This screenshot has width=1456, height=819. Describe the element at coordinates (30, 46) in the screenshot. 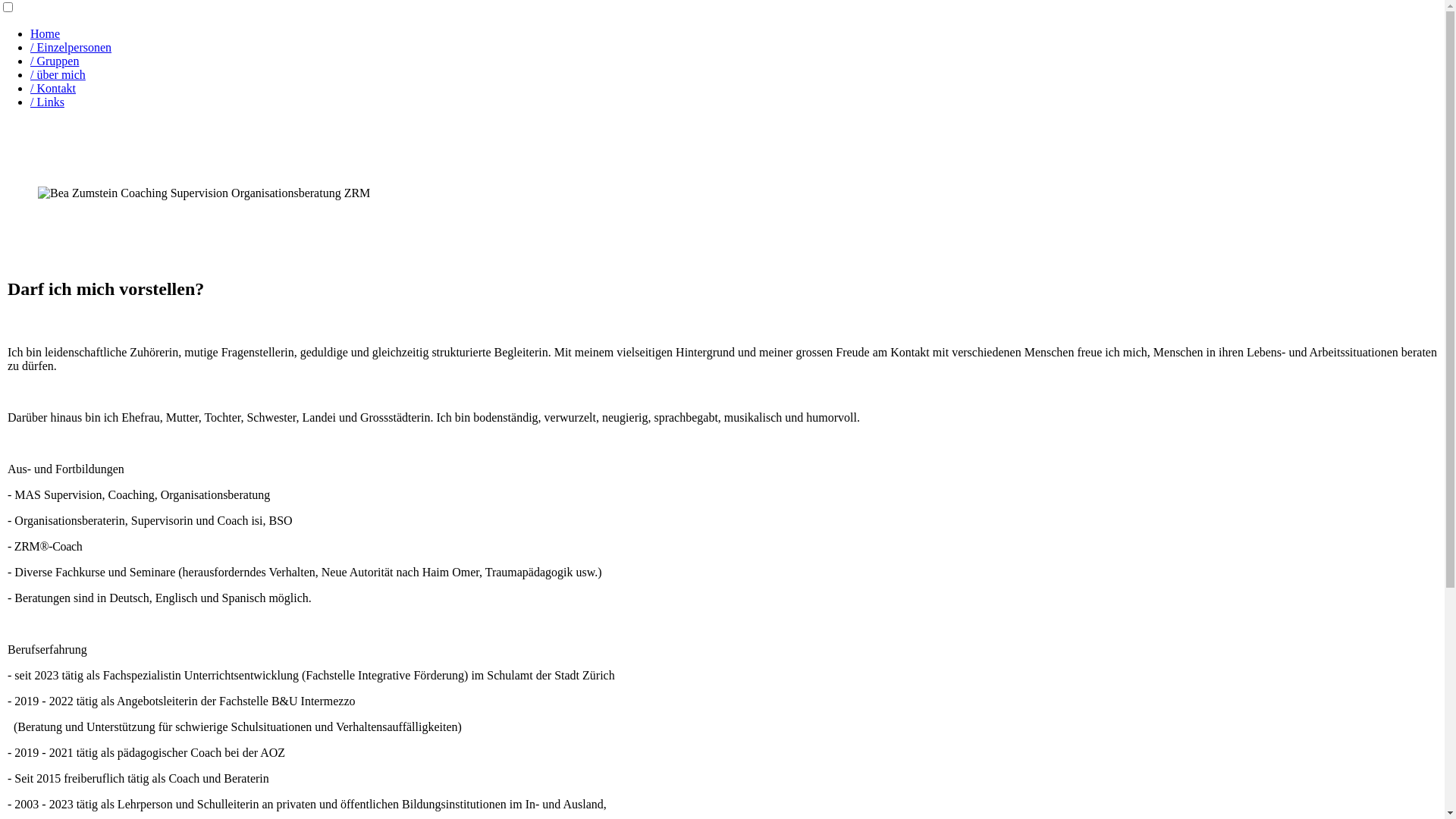

I see `'/ Einzelpersonen'` at that location.